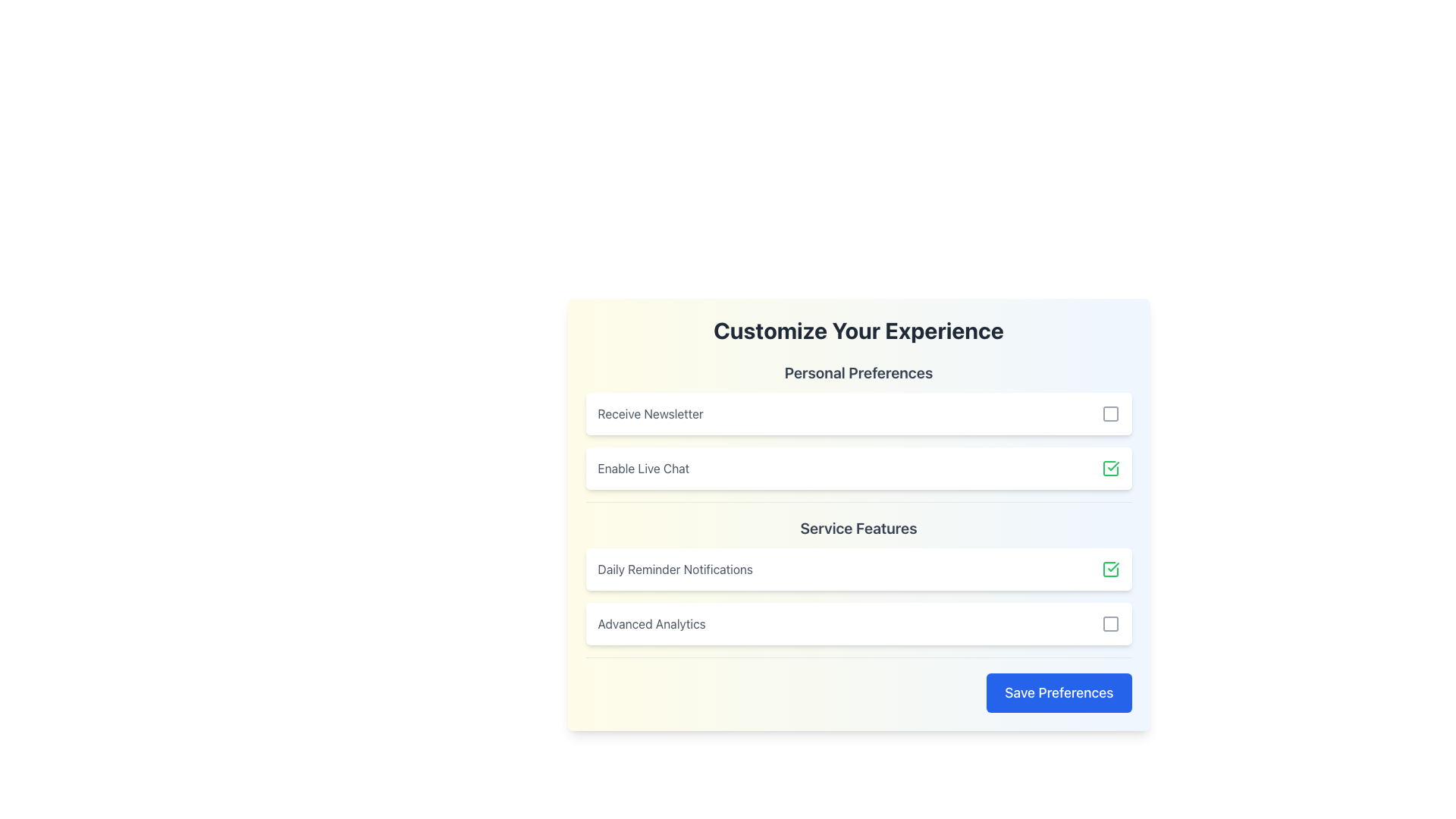 The height and width of the screenshot is (819, 1456). I want to click on the toggleable option for enabling the live chat feature, located below 'Receive Newsletter' and above 'Service Features' in the 'Personal Preferences' section, so click(858, 467).